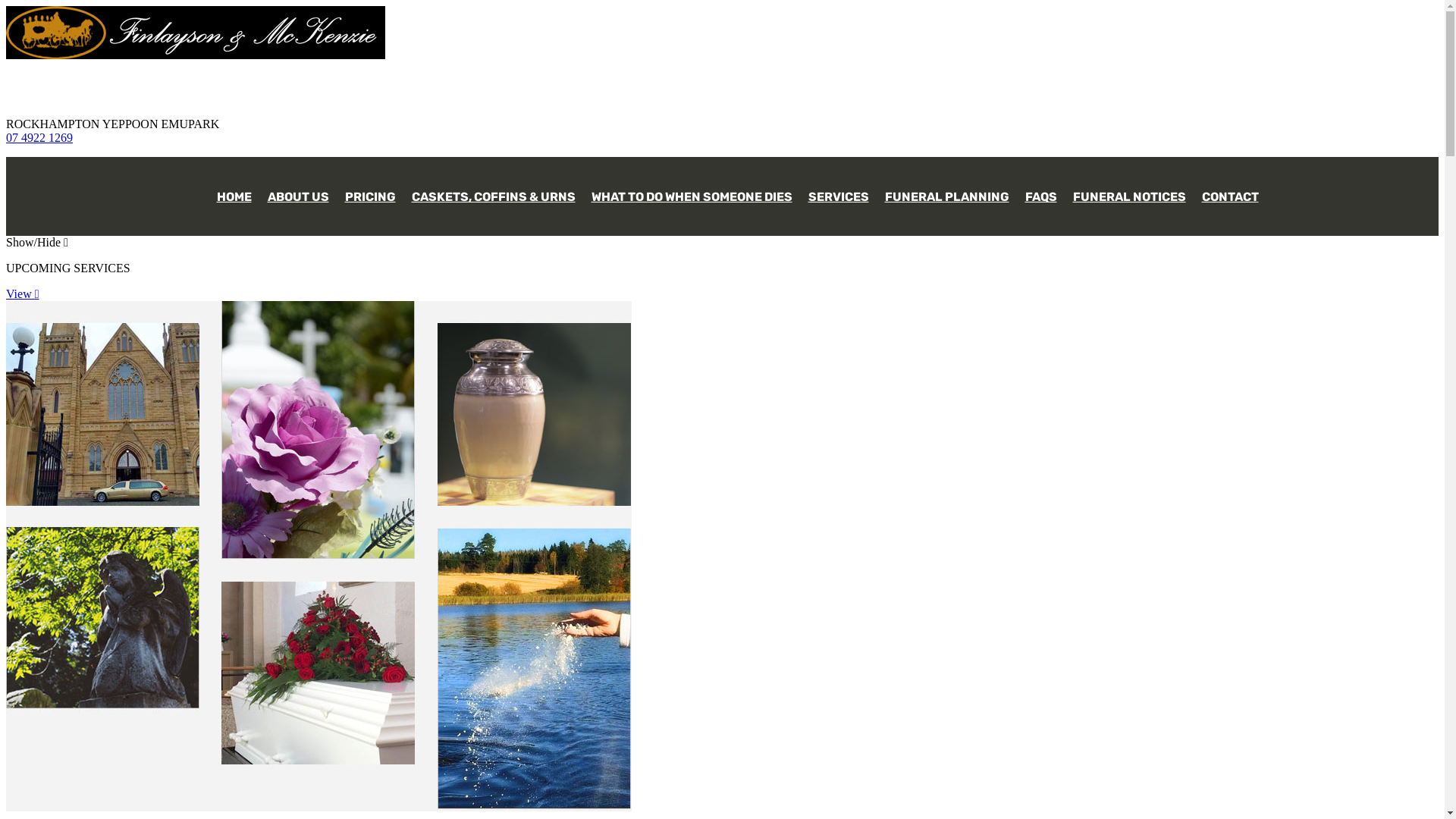 This screenshot has height=819, width=1456. What do you see at coordinates (1040, 189) in the screenshot?
I see `'FAQS'` at bounding box center [1040, 189].